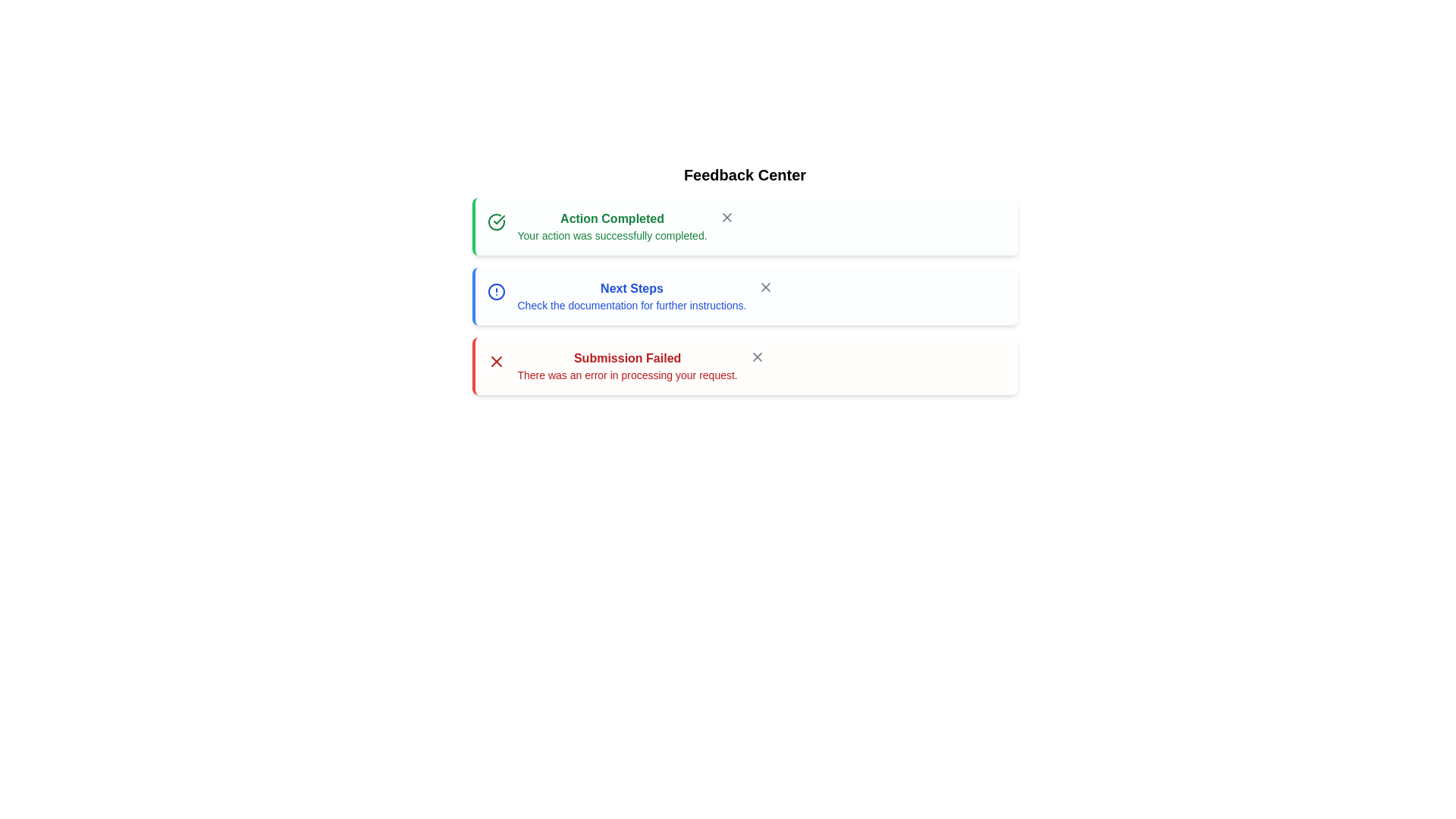  Describe the element at coordinates (745, 366) in the screenshot. I see `the alert with title Submission Failed and read its message` at that location.